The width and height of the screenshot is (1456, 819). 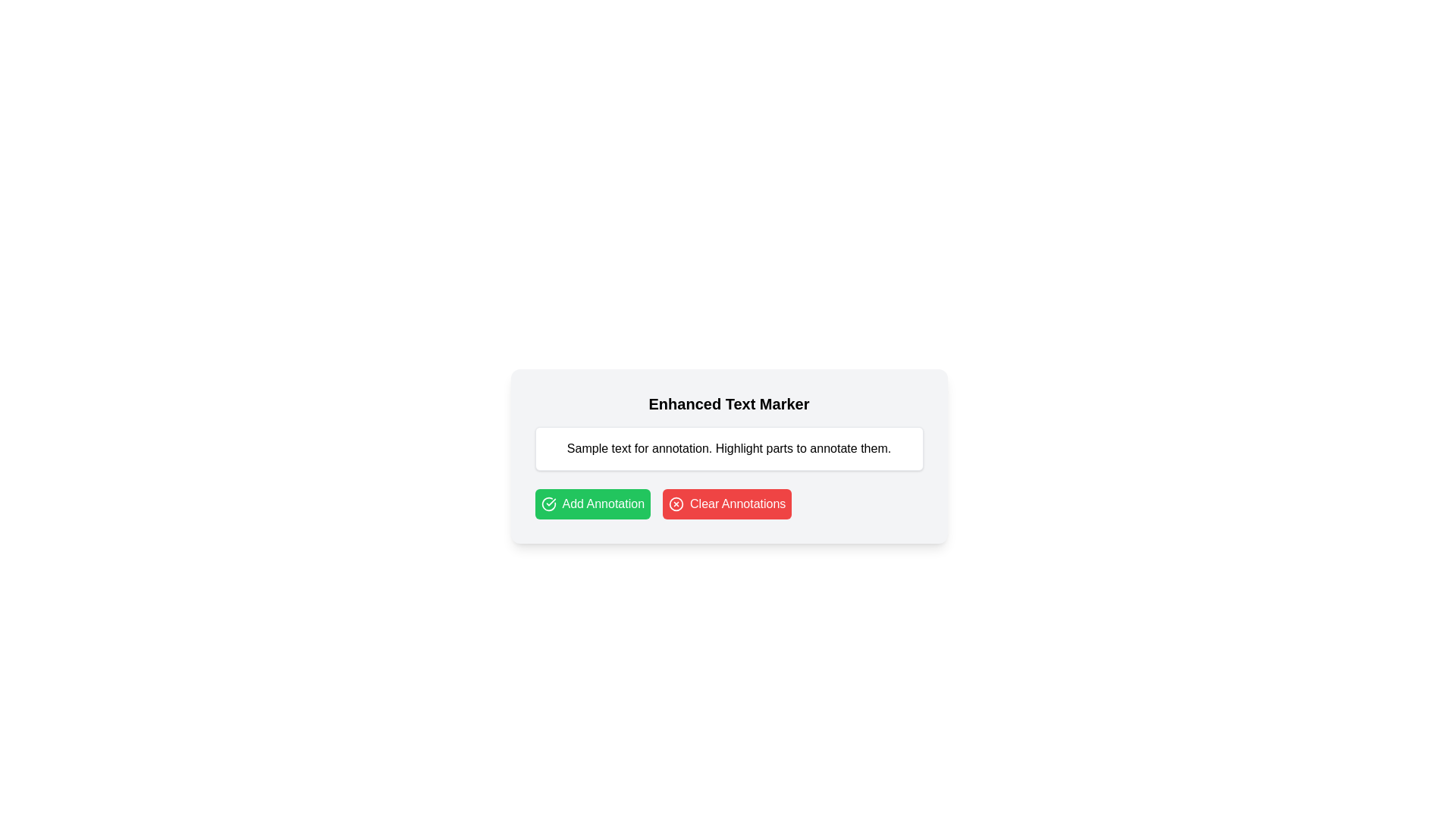 I want to click on on the letter 'a' in the text block 'Sample text for annotation. Highlight parts, so click(x=655, y=447).